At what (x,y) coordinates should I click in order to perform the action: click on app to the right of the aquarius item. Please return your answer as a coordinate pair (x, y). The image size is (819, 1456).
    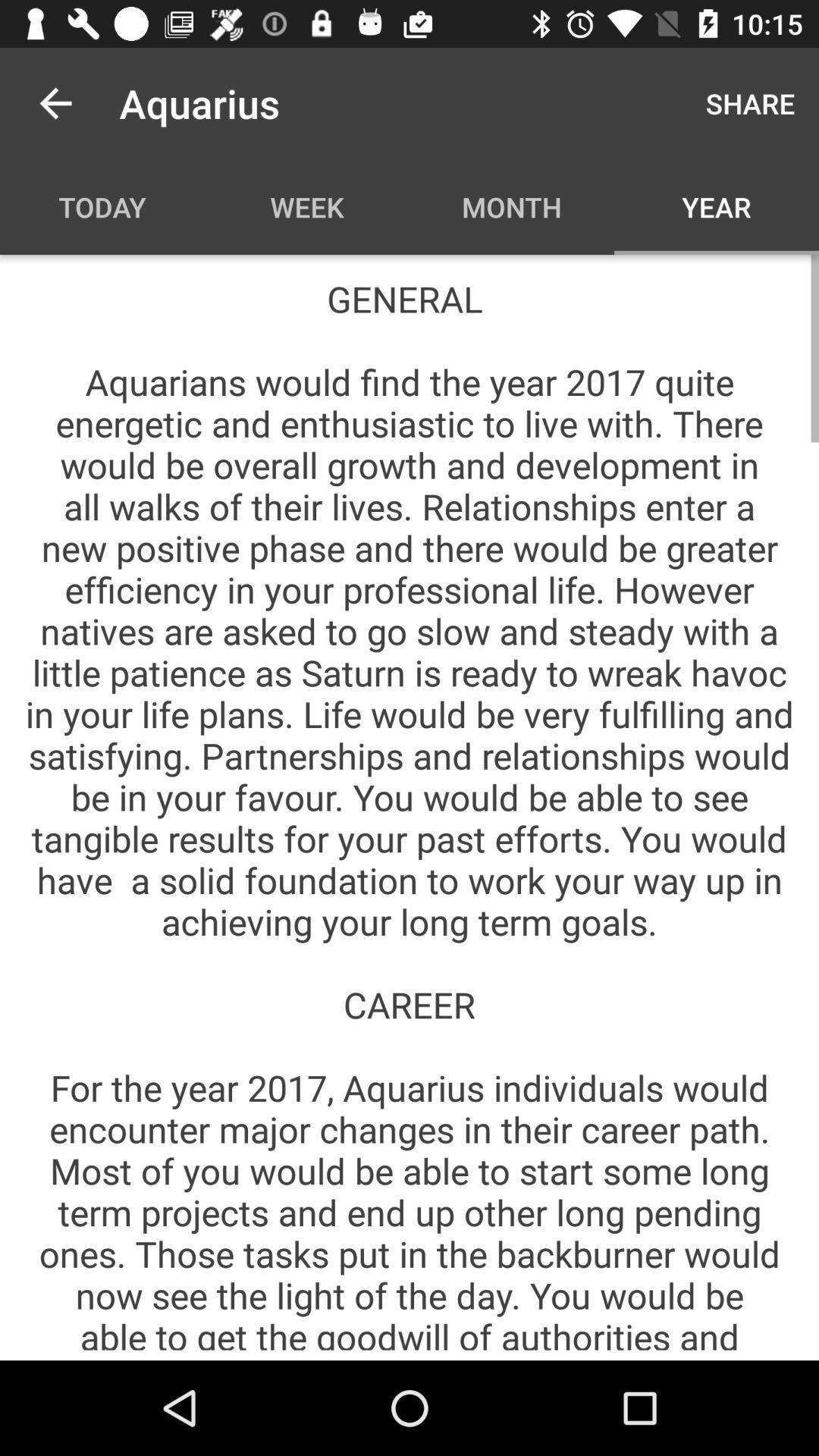
    Looking at the image, I should click on (749, 102).